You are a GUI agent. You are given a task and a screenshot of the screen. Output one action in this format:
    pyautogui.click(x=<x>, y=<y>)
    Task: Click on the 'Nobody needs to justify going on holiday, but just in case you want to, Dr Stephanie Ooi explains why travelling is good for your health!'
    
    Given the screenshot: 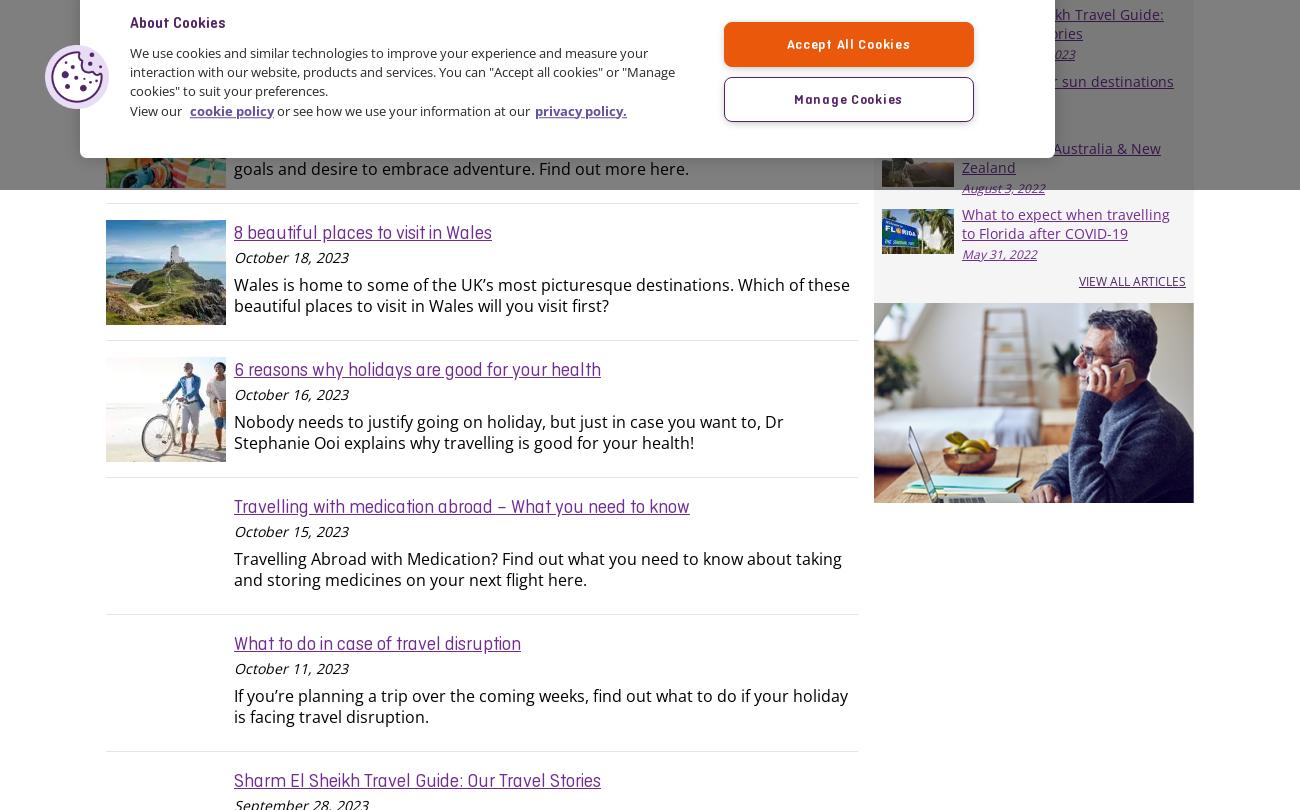 What is the action you would take?
    pyautogui.click(x=508, y=431)
    